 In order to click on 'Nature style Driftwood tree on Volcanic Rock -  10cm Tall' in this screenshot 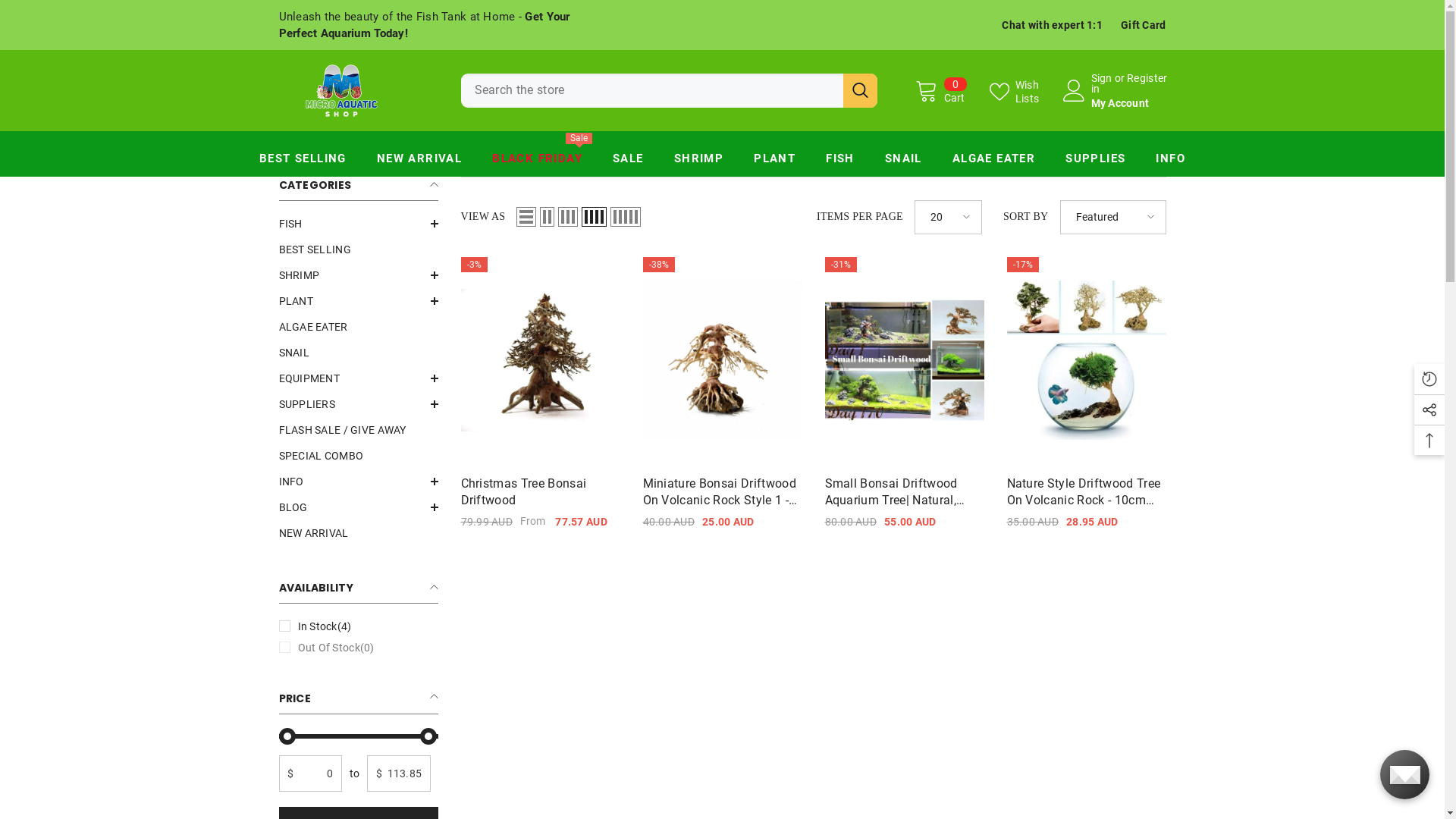, I will do `click(1086, 359)`.